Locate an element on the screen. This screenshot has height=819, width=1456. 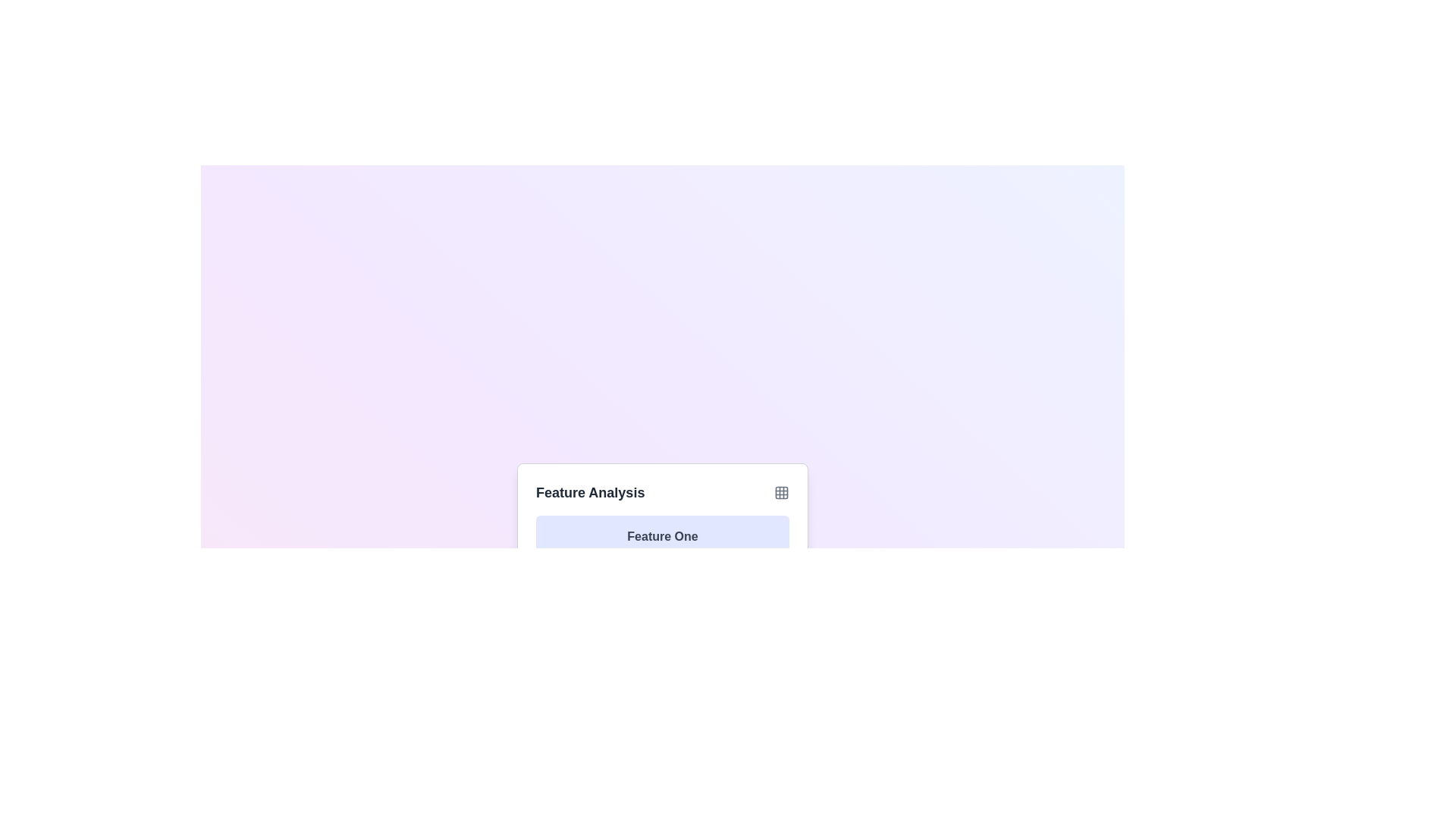
the text label indicating 'Feature One' which is centrally located below the heading 'Feature Analysis' in the interface is located at coordinates (662, 536).